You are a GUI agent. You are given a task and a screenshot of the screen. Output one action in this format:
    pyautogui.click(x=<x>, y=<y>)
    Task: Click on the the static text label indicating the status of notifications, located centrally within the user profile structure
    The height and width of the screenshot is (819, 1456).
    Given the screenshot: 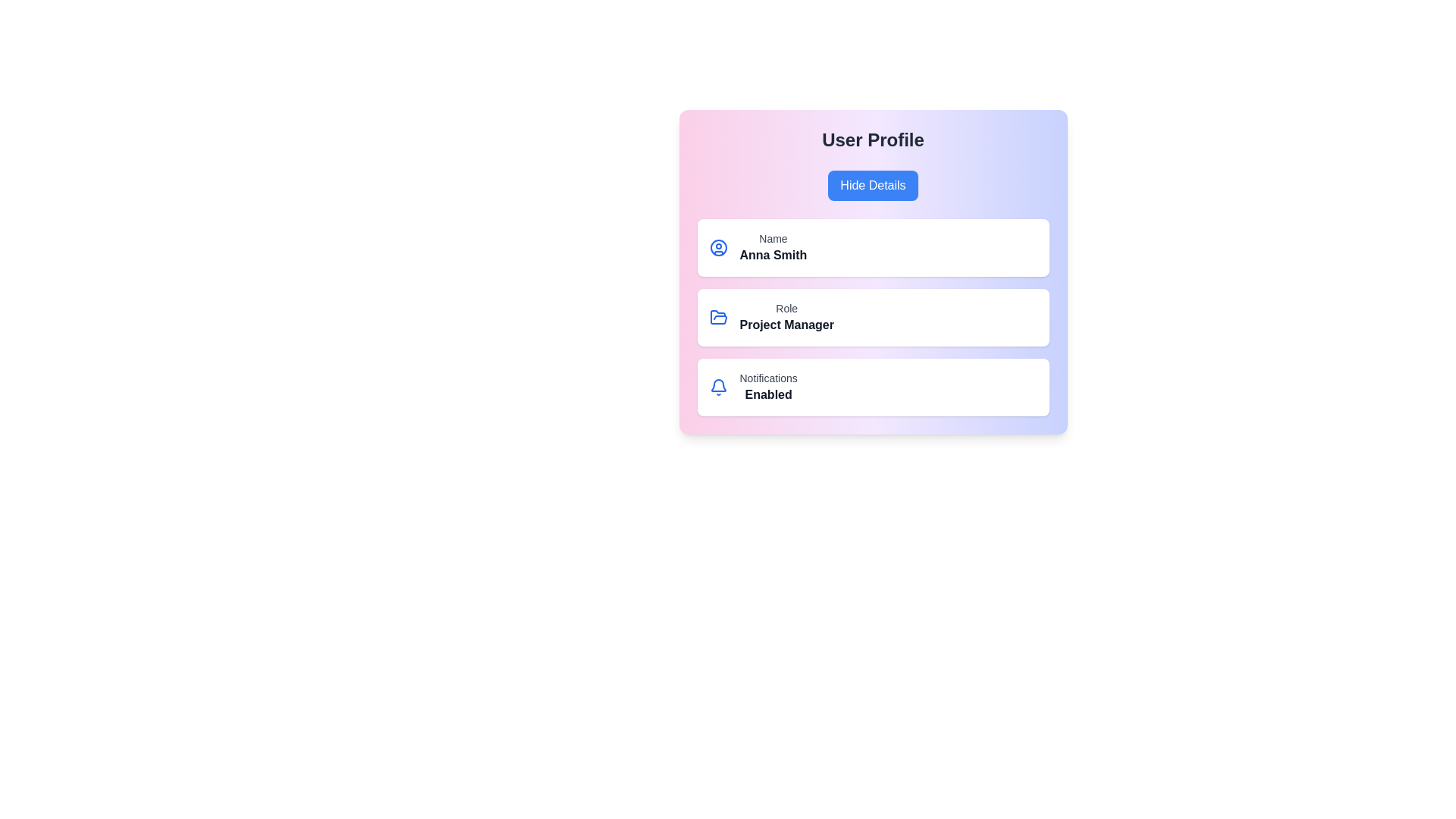 What is the action you would take?
    pyautogui.click(x=768, y=377)
    